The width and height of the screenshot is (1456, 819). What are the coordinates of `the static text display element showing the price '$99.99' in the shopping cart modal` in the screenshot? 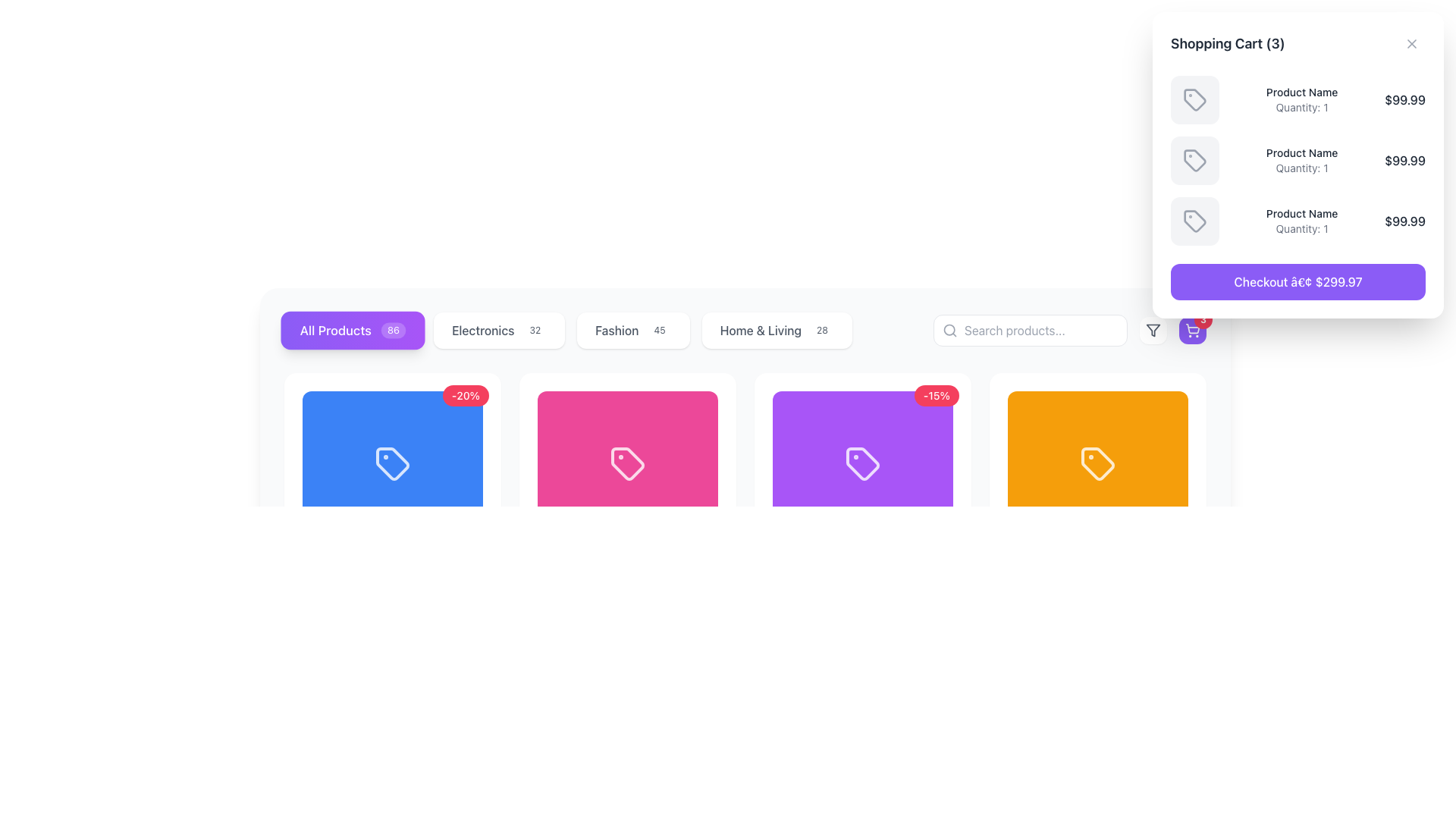 It's located at (1404, 99).